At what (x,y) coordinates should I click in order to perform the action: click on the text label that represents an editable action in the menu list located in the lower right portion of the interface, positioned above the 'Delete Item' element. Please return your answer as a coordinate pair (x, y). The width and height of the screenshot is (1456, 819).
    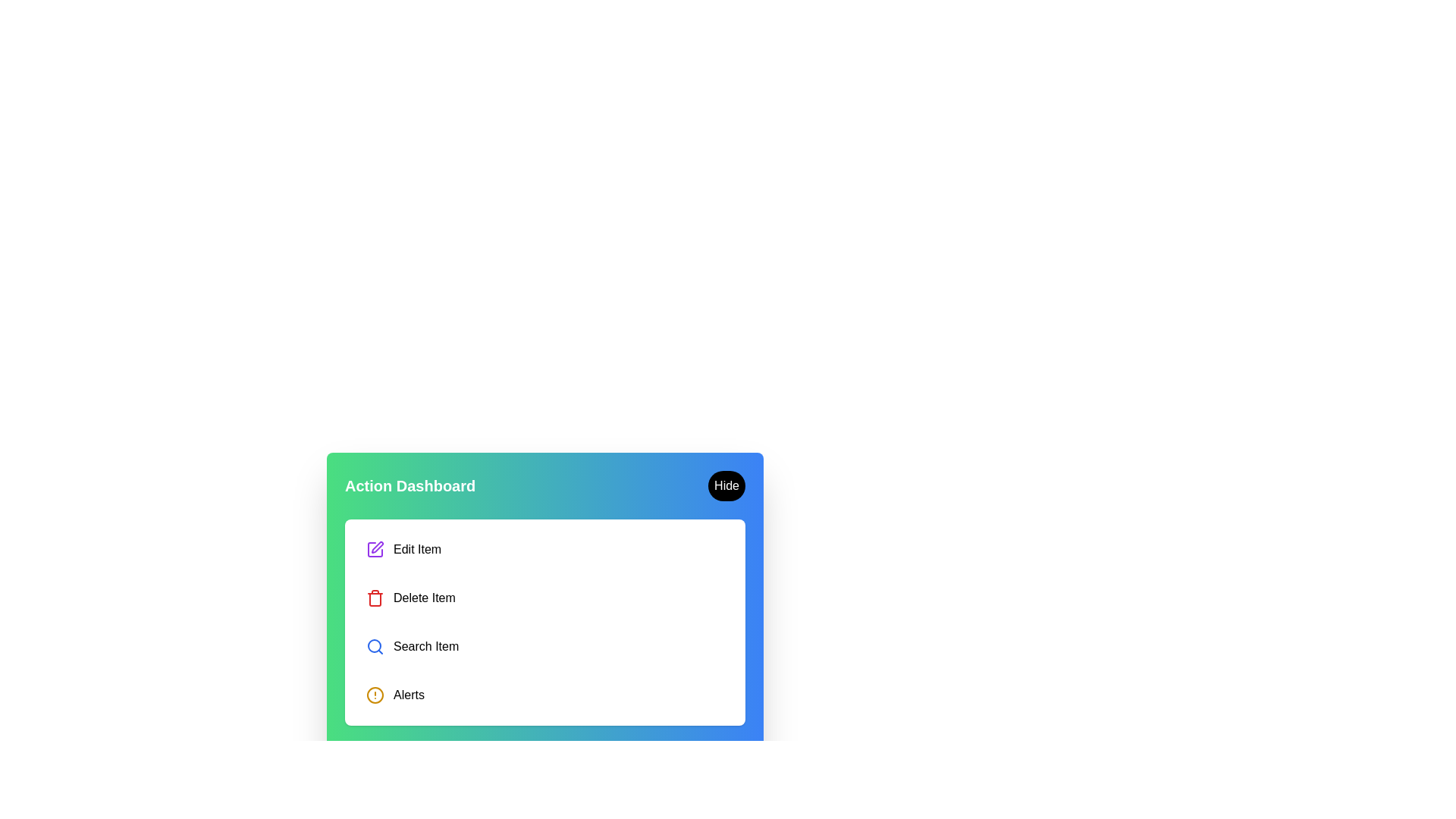
    Looking at the image, I should click on (417, 550).